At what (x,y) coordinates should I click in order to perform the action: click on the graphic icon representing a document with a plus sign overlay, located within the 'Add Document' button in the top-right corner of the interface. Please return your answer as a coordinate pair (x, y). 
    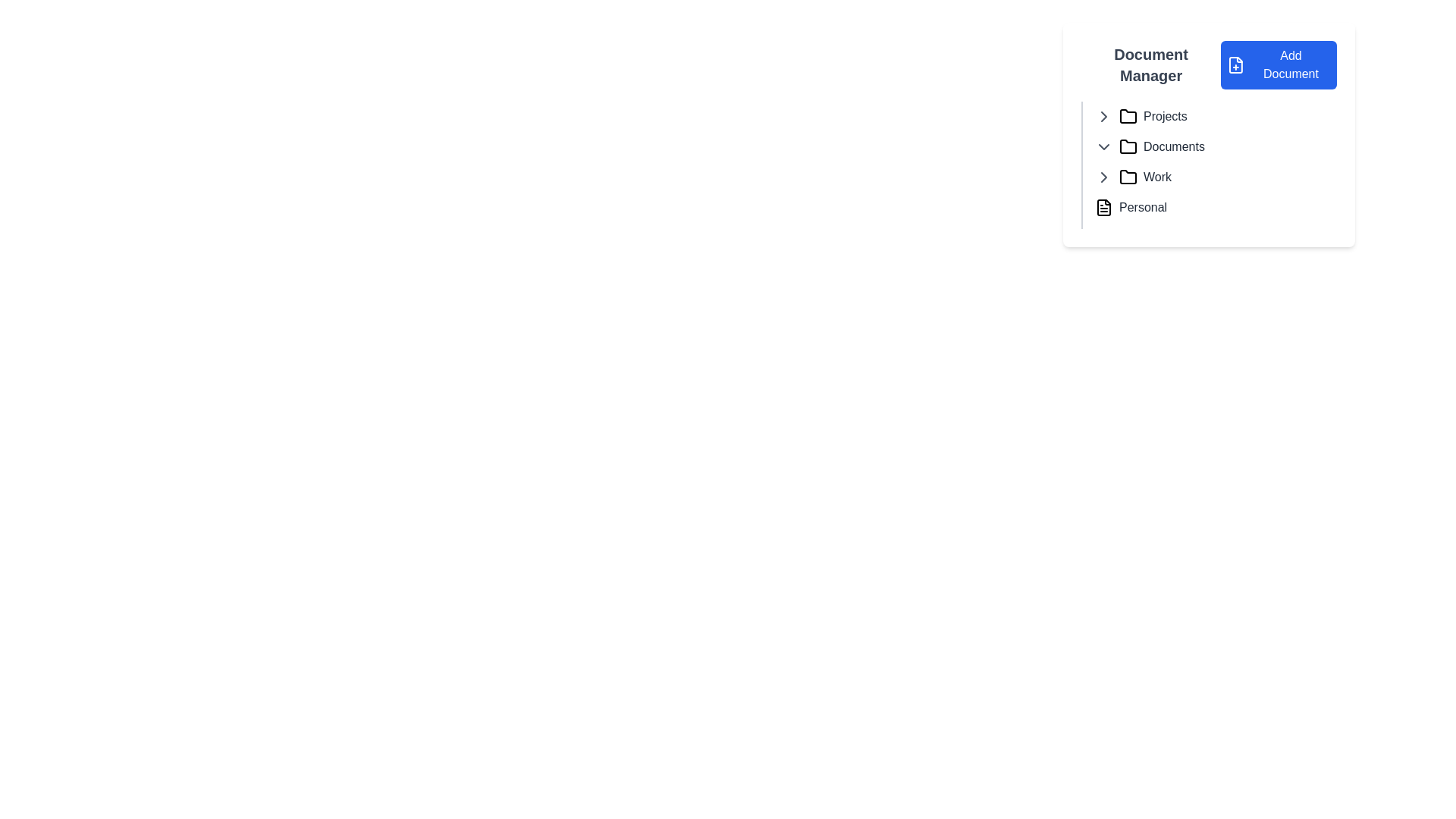
    Looking at the image, I should click on (1236, 64).